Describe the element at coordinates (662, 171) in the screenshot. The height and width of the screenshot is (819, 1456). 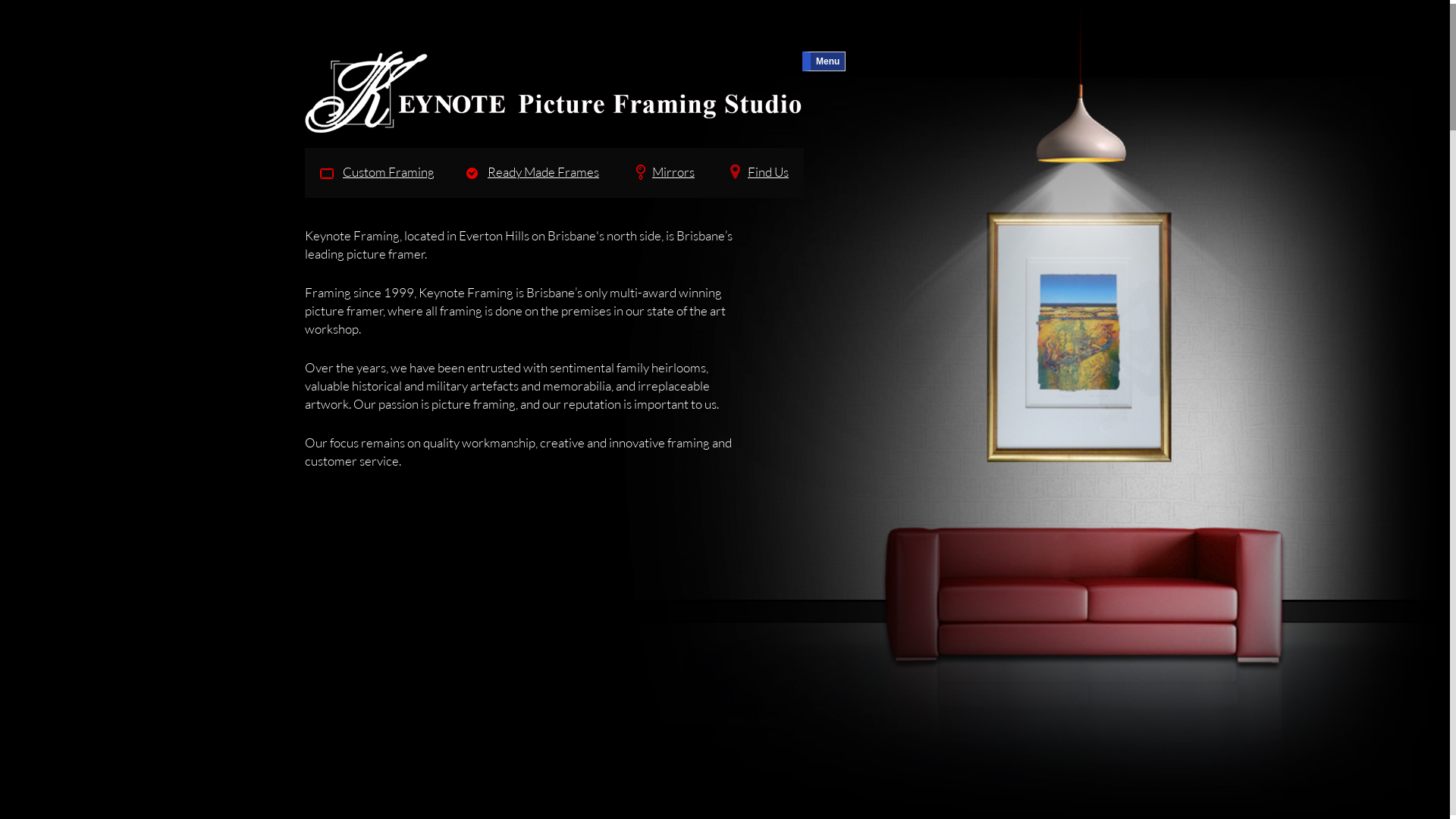
I see `'Mirrors'` at that location.